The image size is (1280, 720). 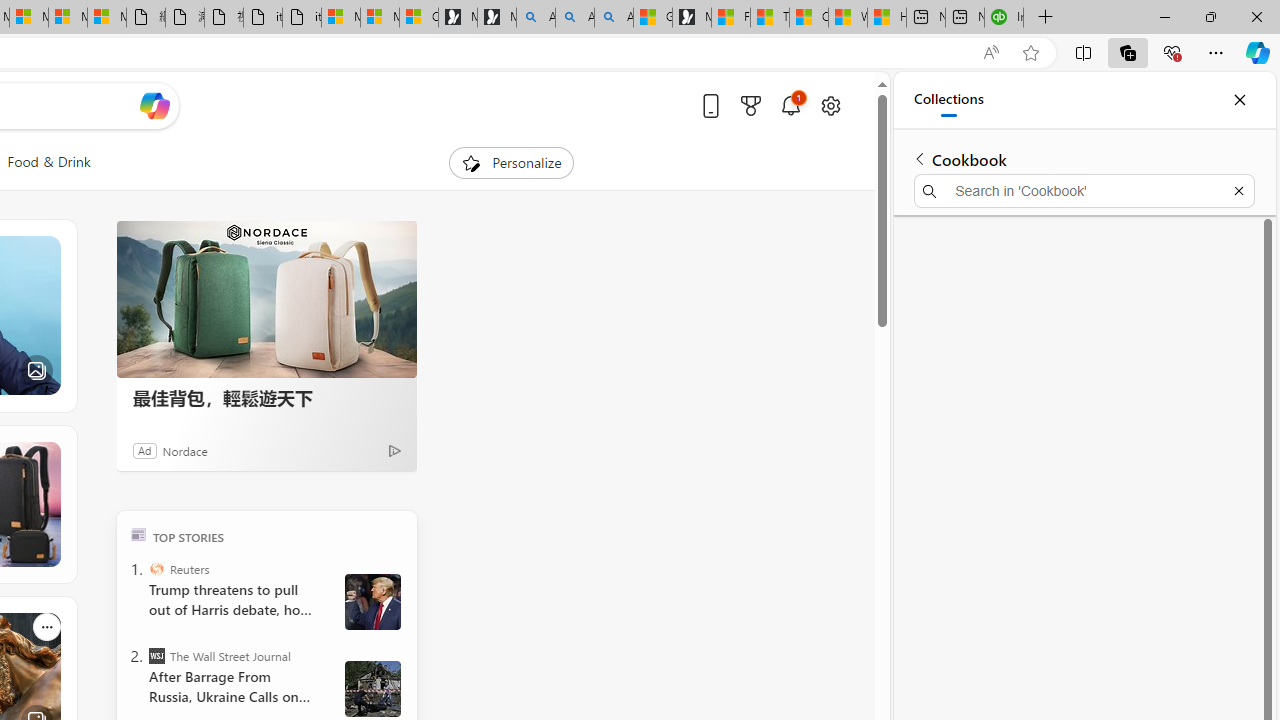 I want to click on 'TOP', so click(x=137, y=533).